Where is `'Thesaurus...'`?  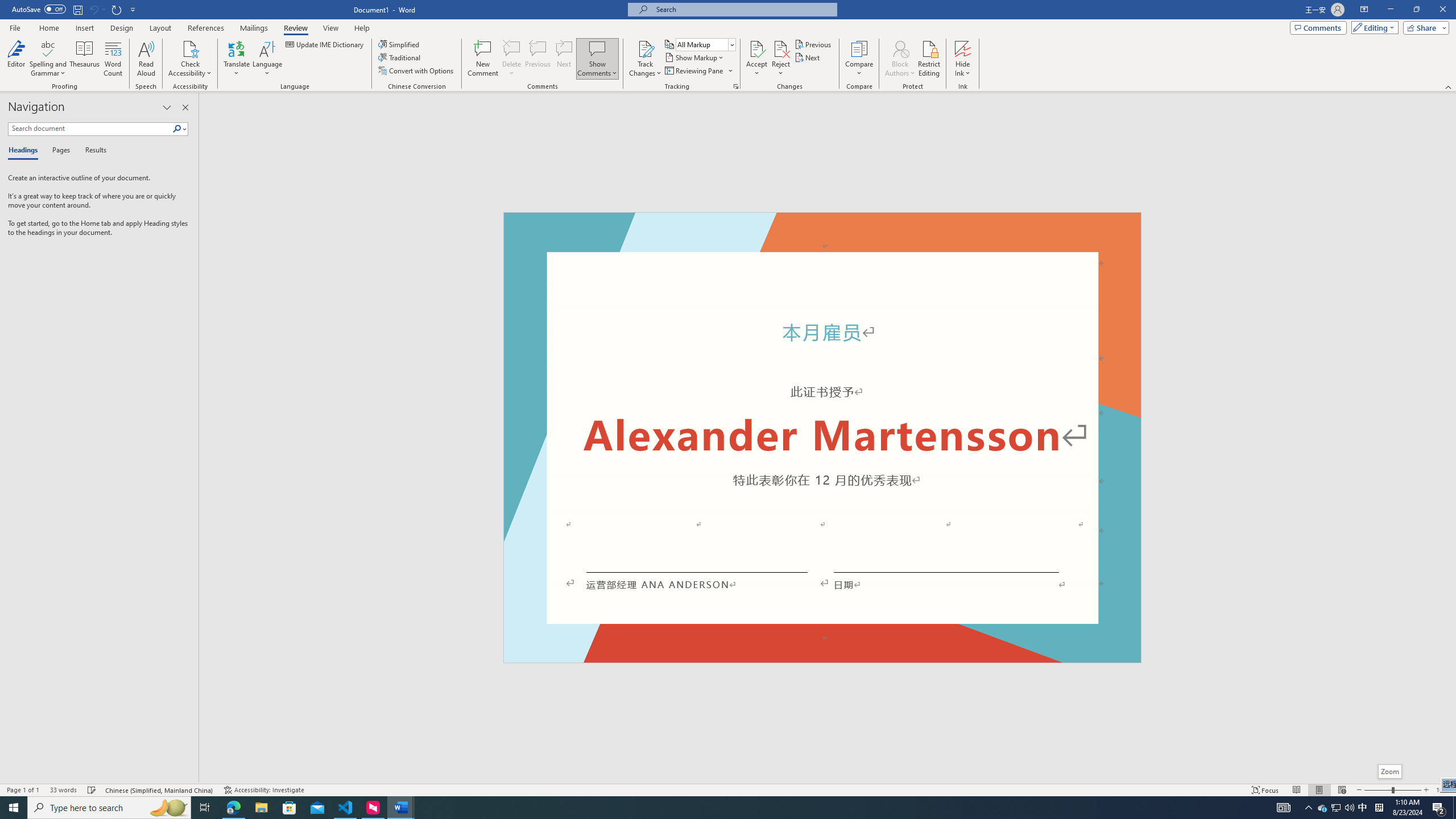 'Thesaurus...' is located at coordinates (84, 59).